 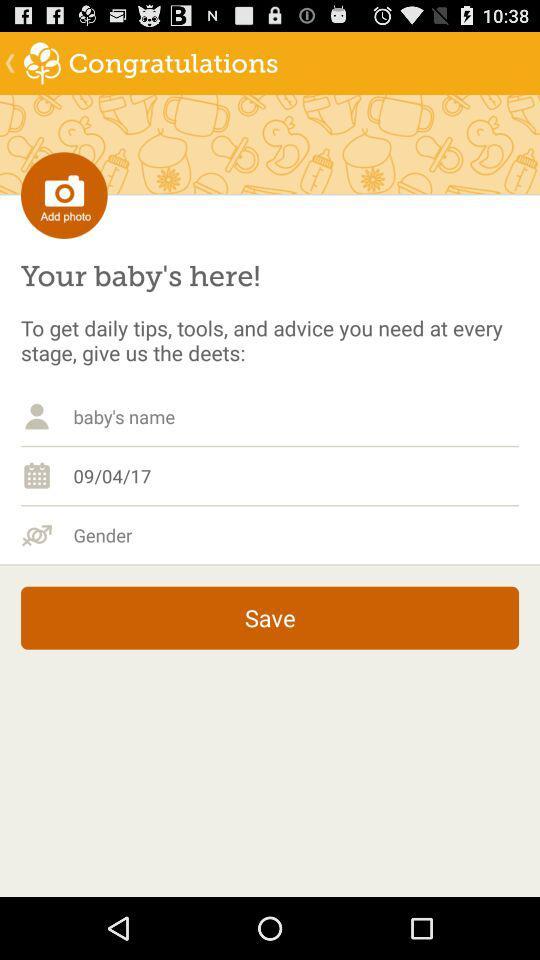 What do you see at coordinates (64, 208) in the screenshot?
I see `the photo icon` at bounding box center [64, 208].